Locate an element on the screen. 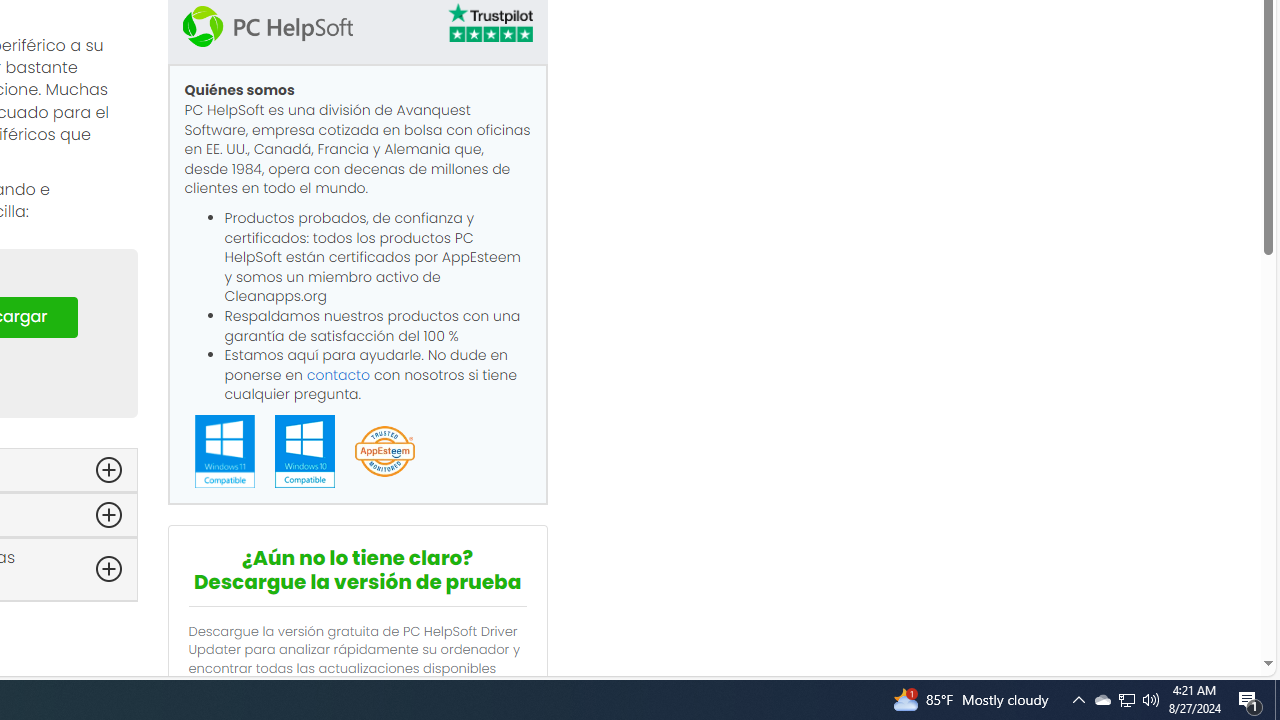  'contacto' is located at coordinates (338, 374).